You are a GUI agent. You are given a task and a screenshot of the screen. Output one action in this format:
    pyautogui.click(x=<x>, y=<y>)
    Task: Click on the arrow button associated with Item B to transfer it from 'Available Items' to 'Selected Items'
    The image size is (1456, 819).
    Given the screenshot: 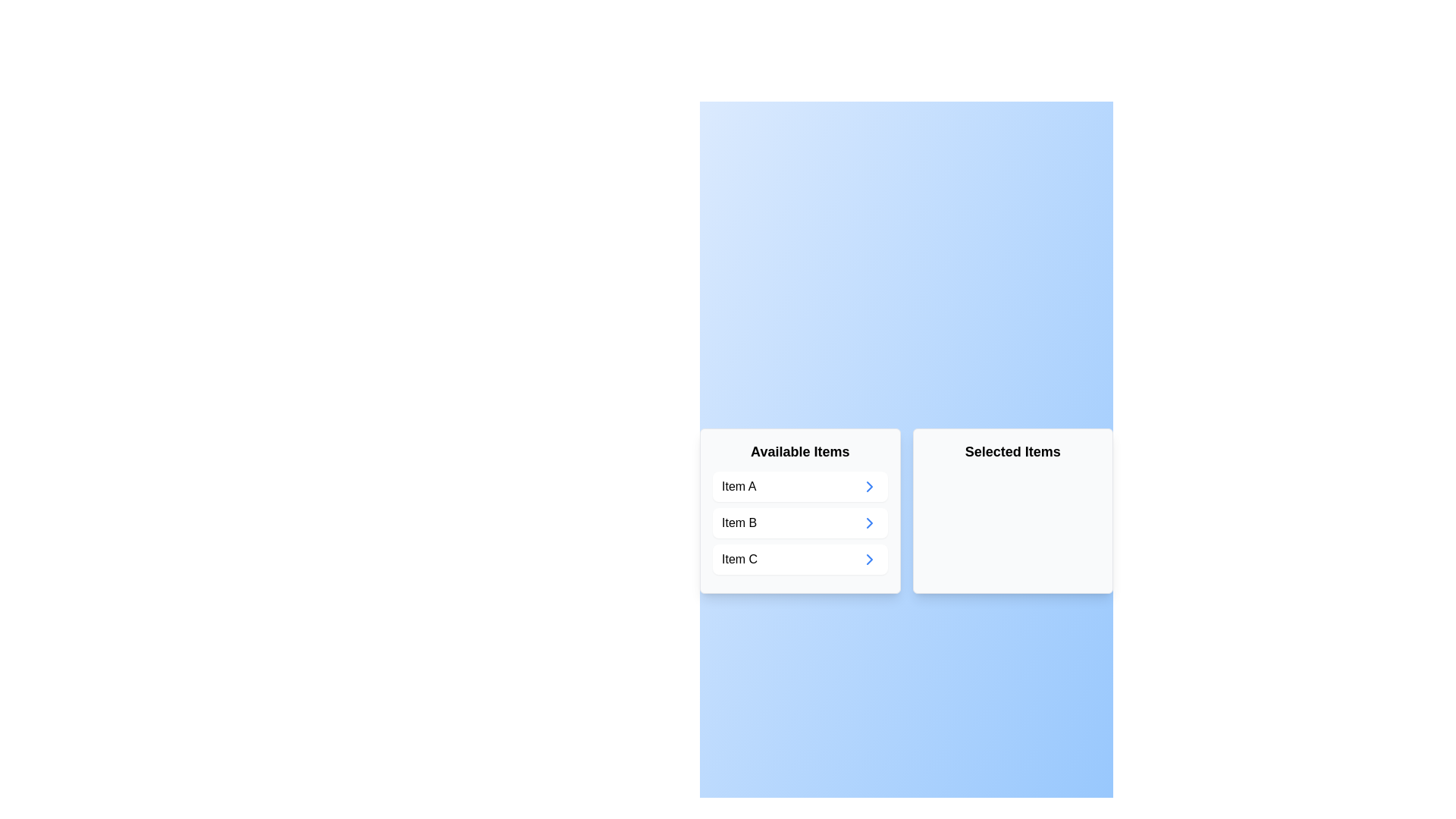 What is the action you would take?
    pyautogui.click(x=869, y=522)
    